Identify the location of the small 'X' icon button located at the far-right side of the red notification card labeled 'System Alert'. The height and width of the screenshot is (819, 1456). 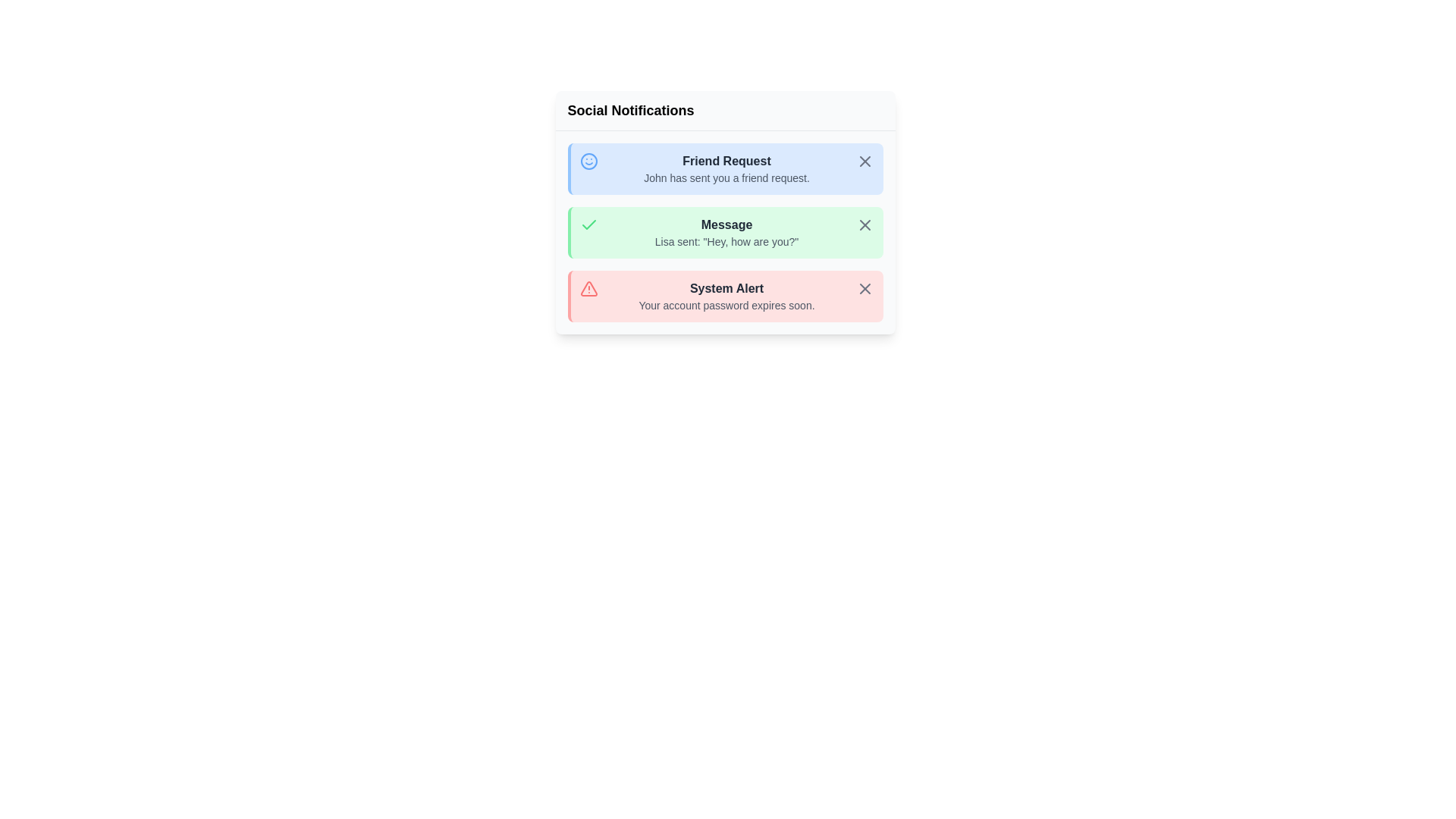
(864, 289).